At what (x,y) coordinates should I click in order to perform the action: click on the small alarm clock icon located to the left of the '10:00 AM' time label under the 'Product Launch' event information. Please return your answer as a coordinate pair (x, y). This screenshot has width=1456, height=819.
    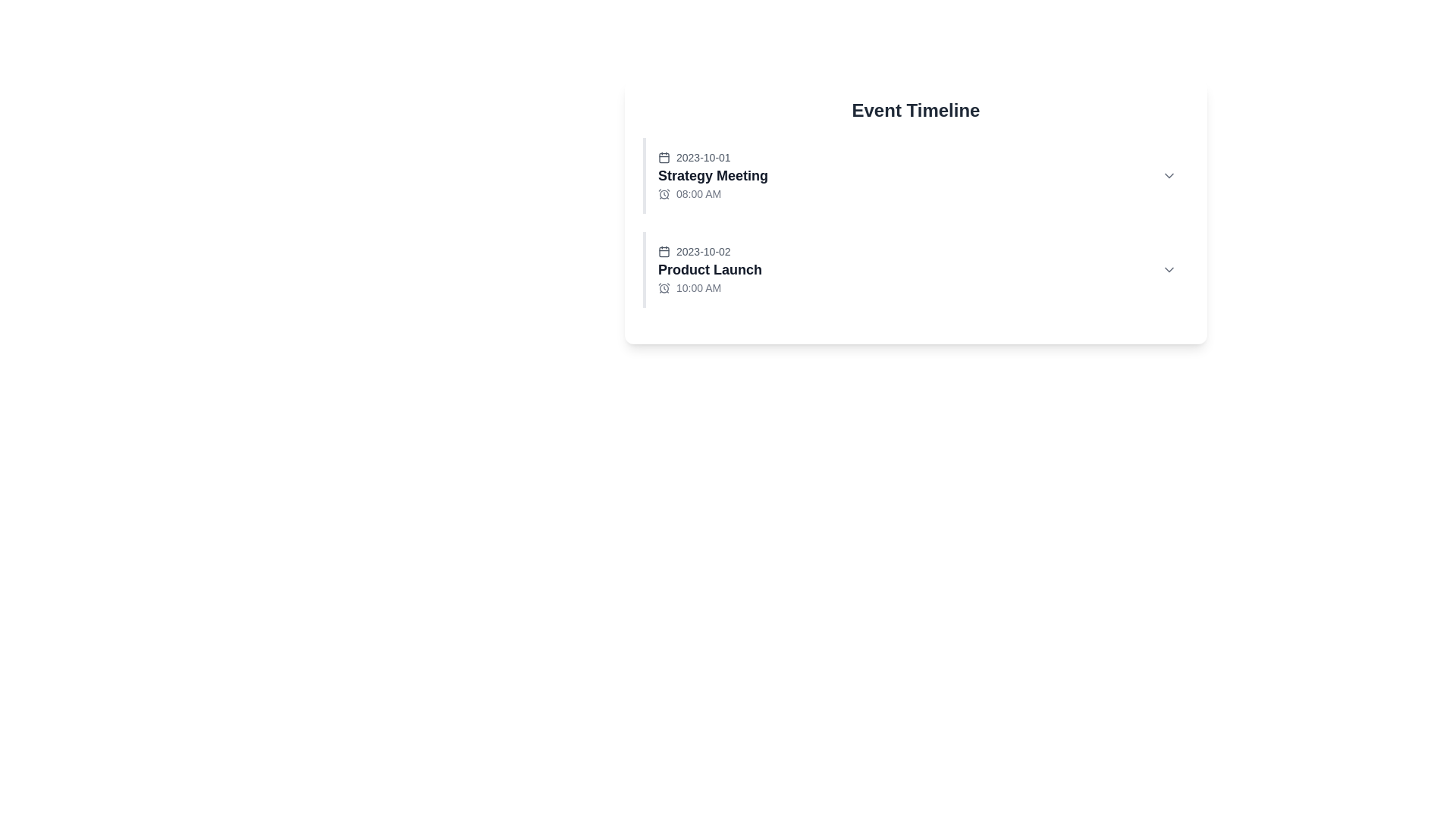
    Looking at the image, I should click on (664, 288).